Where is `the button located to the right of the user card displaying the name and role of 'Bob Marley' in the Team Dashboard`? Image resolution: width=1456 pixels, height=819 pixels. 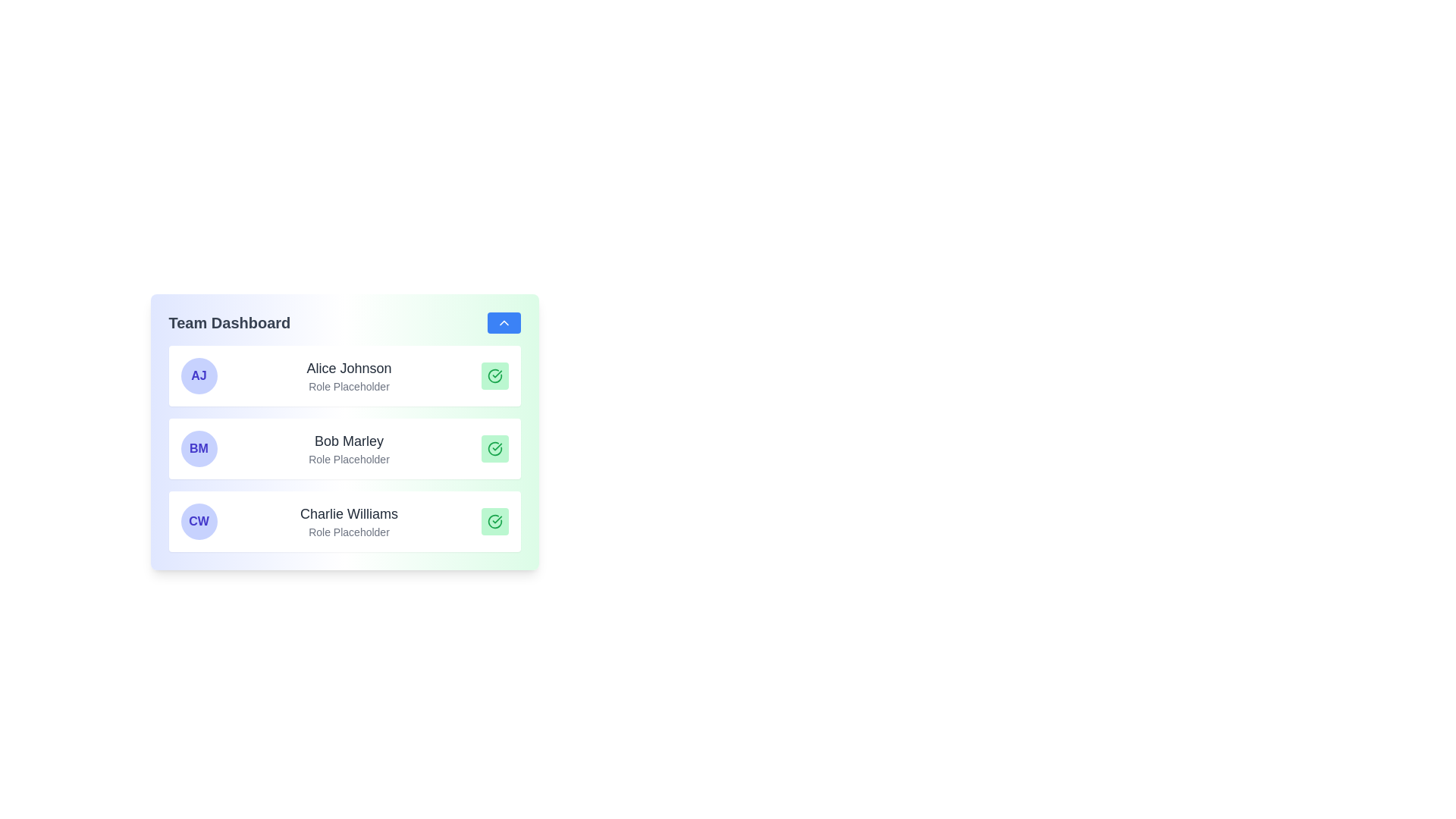
the button located to the right of the user card displaying the name and role of 'Bob Marley' in the Team Dashboard is located at coordinates (344, 467).